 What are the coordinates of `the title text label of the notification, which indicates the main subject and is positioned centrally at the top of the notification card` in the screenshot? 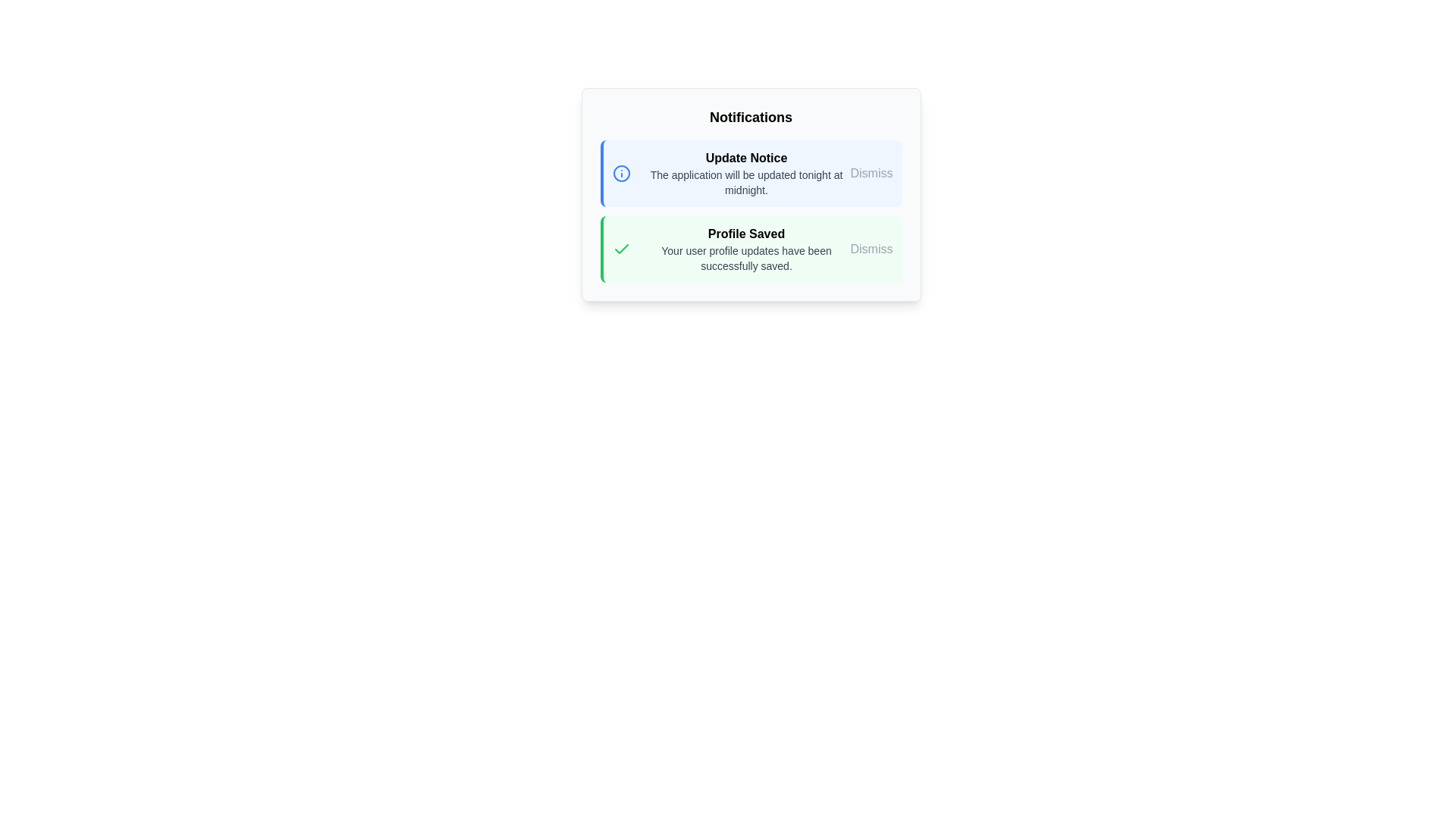 It's located at (746, 158).